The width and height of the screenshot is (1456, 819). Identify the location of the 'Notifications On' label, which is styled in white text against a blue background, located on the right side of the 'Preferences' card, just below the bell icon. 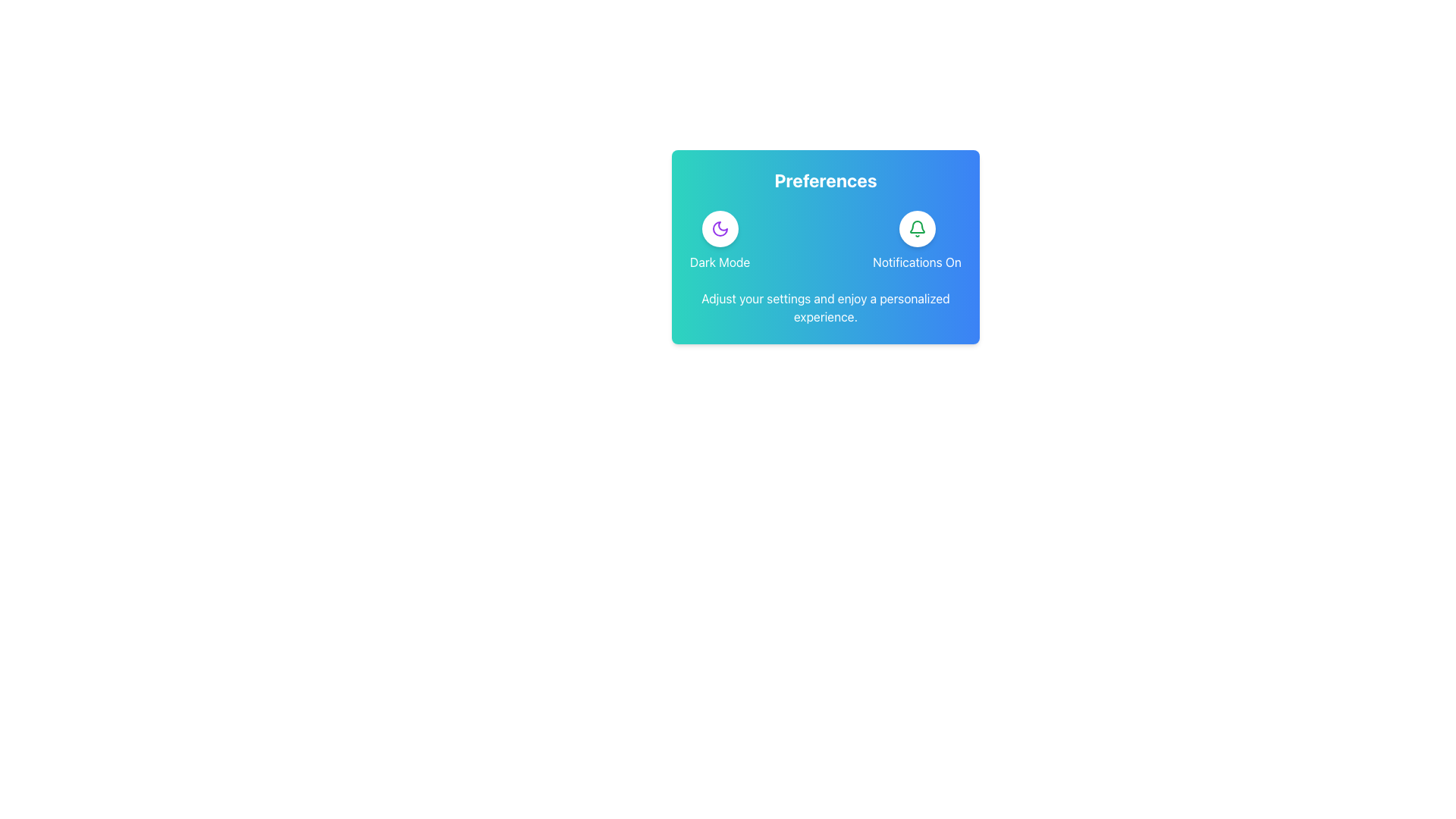
(916, 262).